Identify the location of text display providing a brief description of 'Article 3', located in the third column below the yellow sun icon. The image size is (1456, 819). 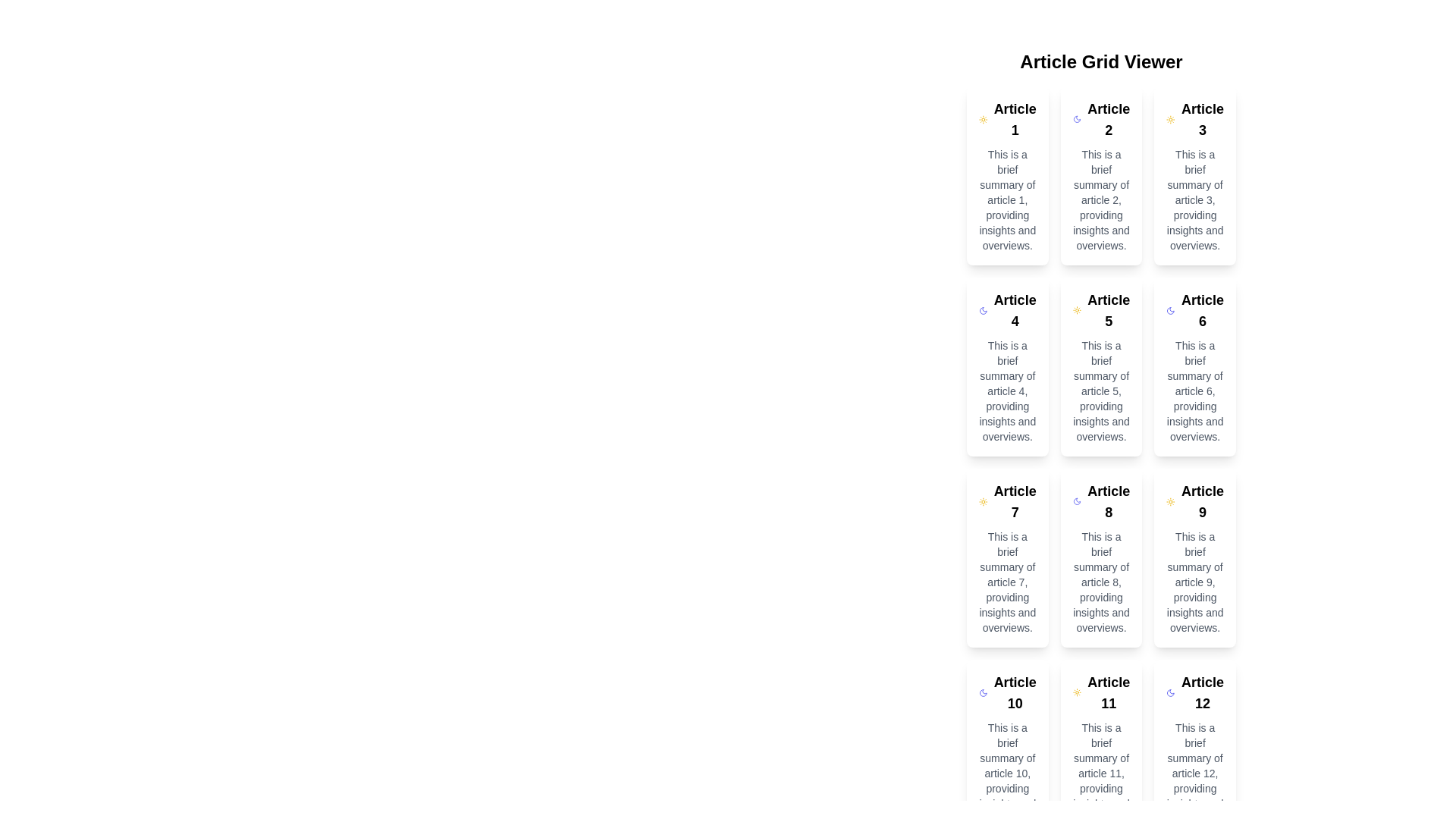
(1194, 199).